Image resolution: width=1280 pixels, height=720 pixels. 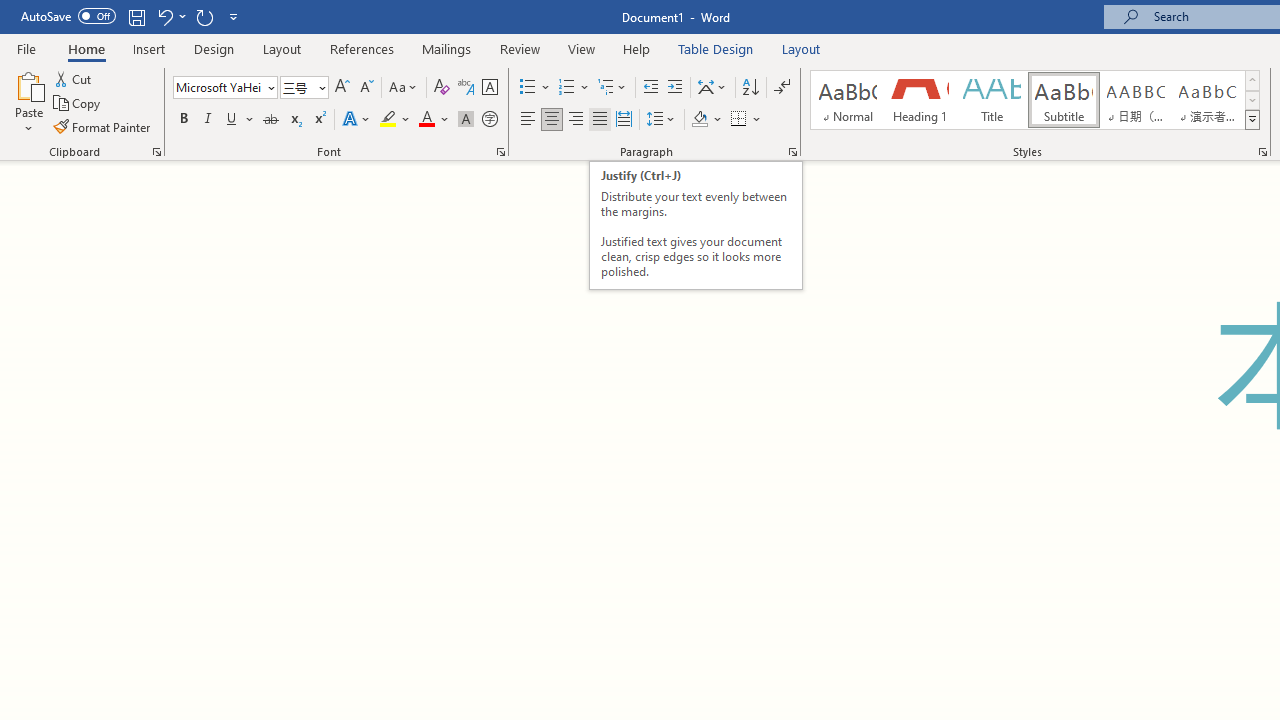 I want to click on 'Multilevel List', so click(x=612, y=86).